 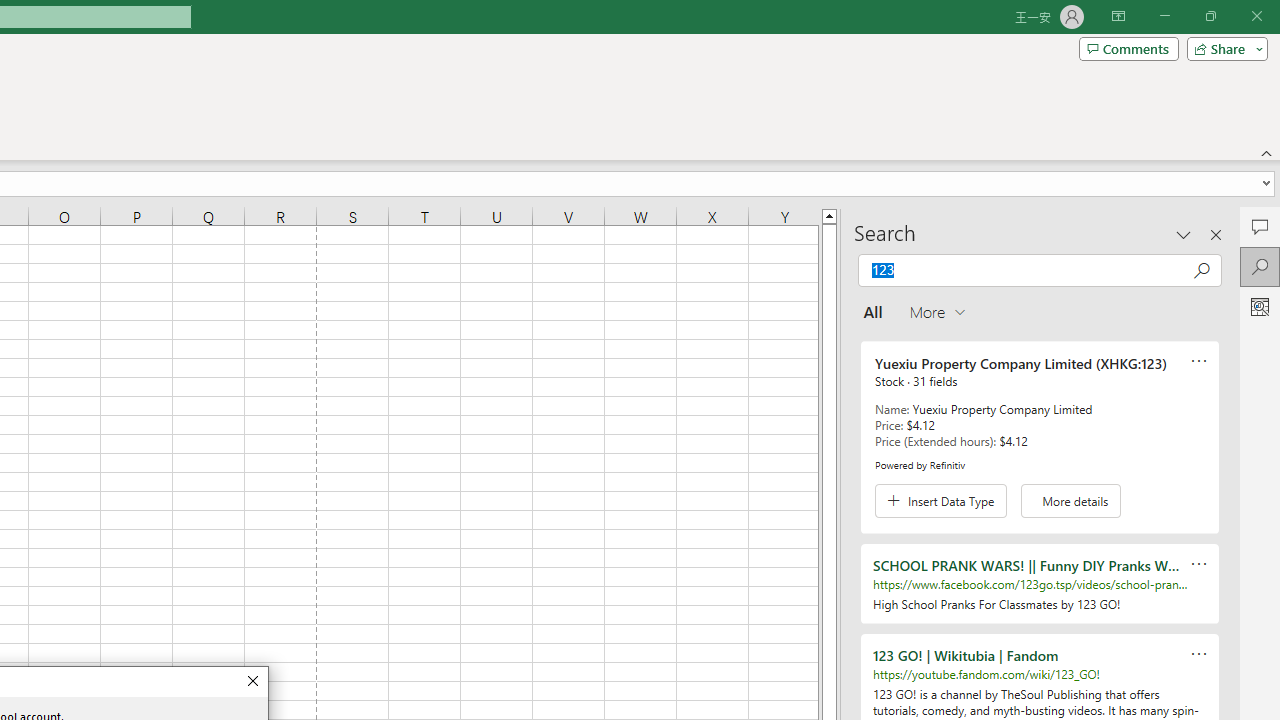 What do you see at coordinates (251, 680) in the screenshot?
I see `'Close'` at bounding box center [251, 680].